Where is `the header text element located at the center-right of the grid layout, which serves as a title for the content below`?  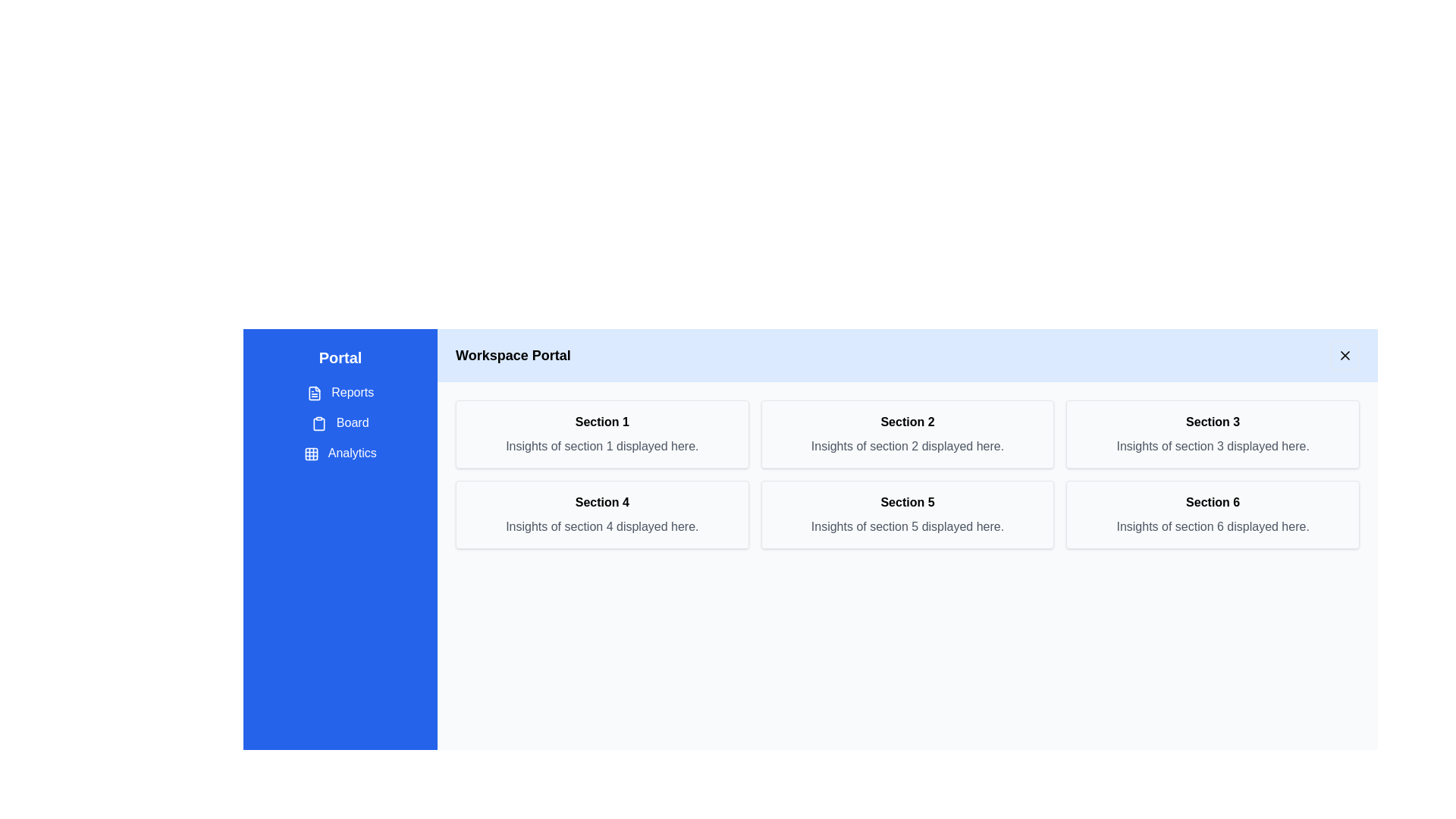
the header text element located at the center-right of the grid layout, which serves as a title for the content below is located at coordinates (907, 503).